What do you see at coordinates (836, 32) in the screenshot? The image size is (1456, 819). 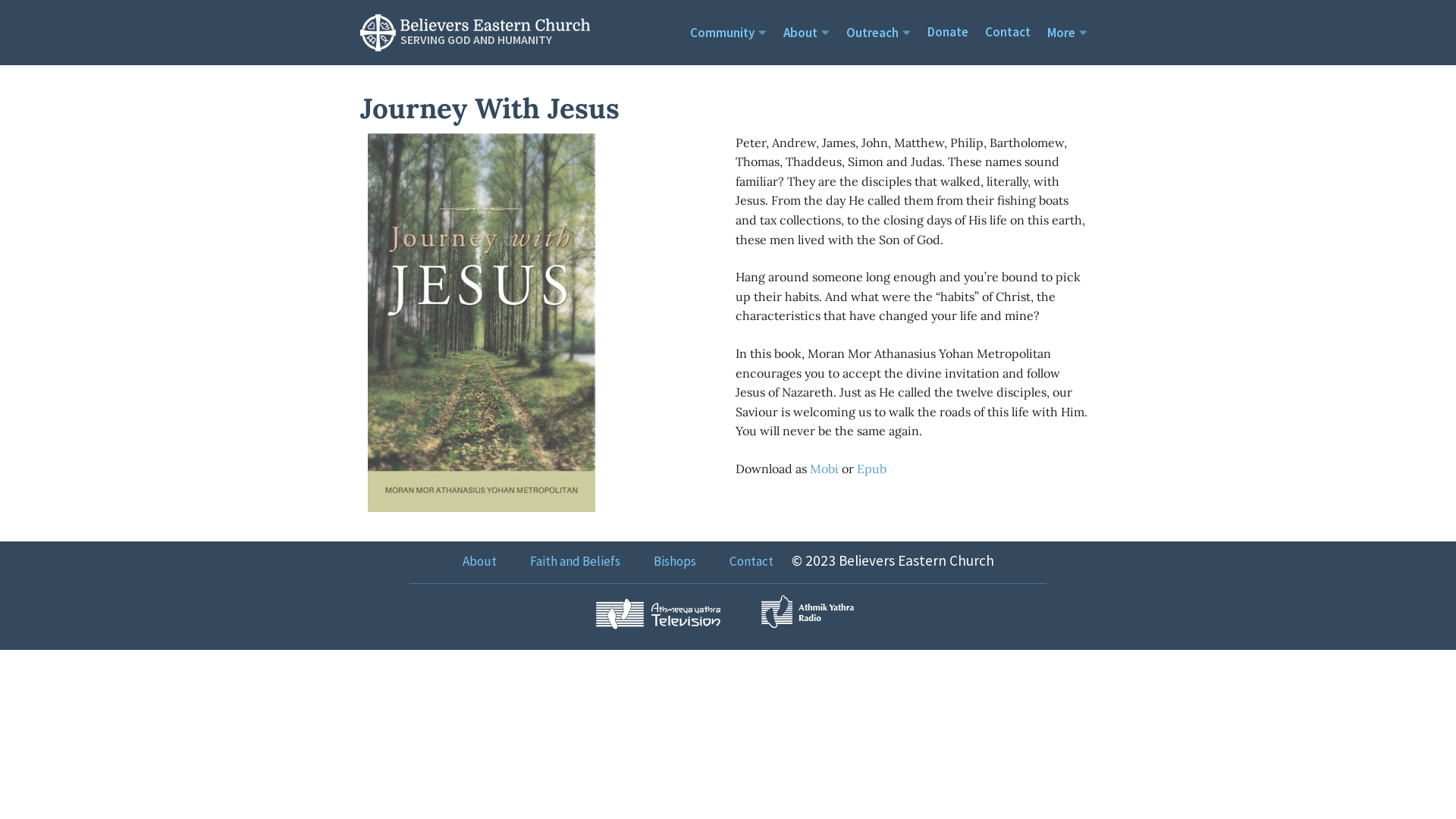 I see `'Outreach'` at bounding box center [836, 32].